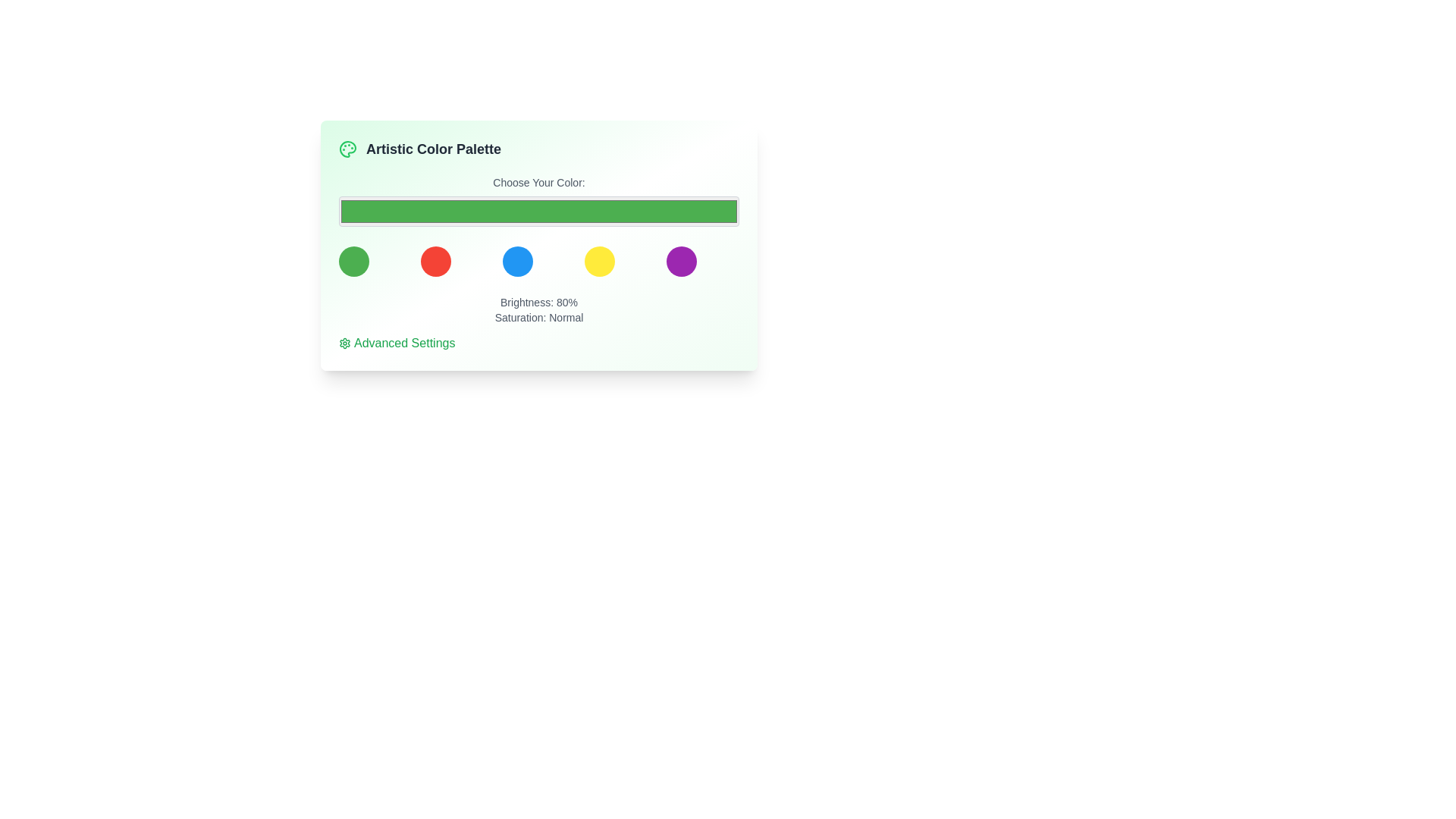  I want to click on the second circular component filled with vibrant red color to confirm selection, so click(435, 260).